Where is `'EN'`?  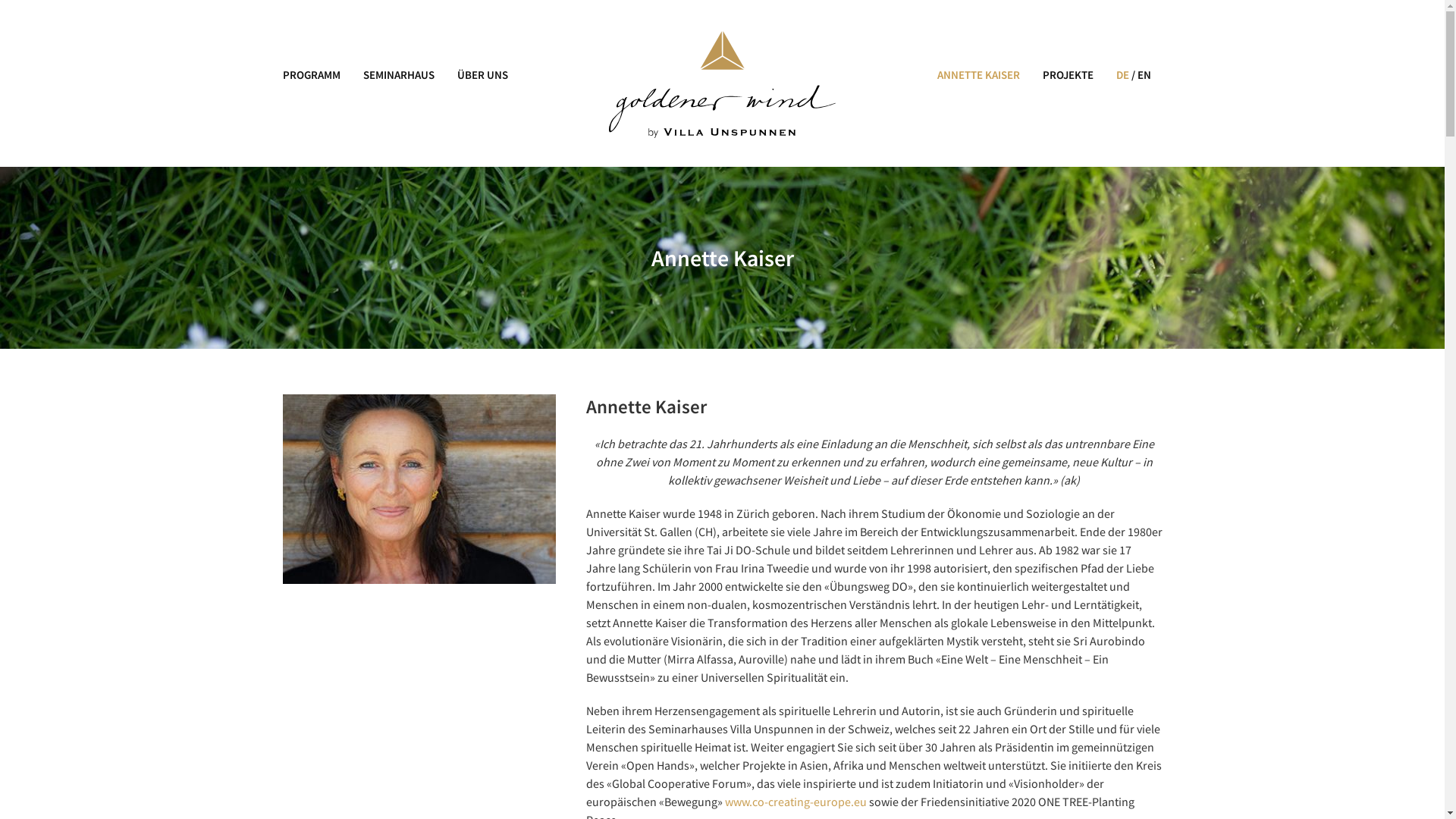
'EN' is located at coordinates (1144, 75).